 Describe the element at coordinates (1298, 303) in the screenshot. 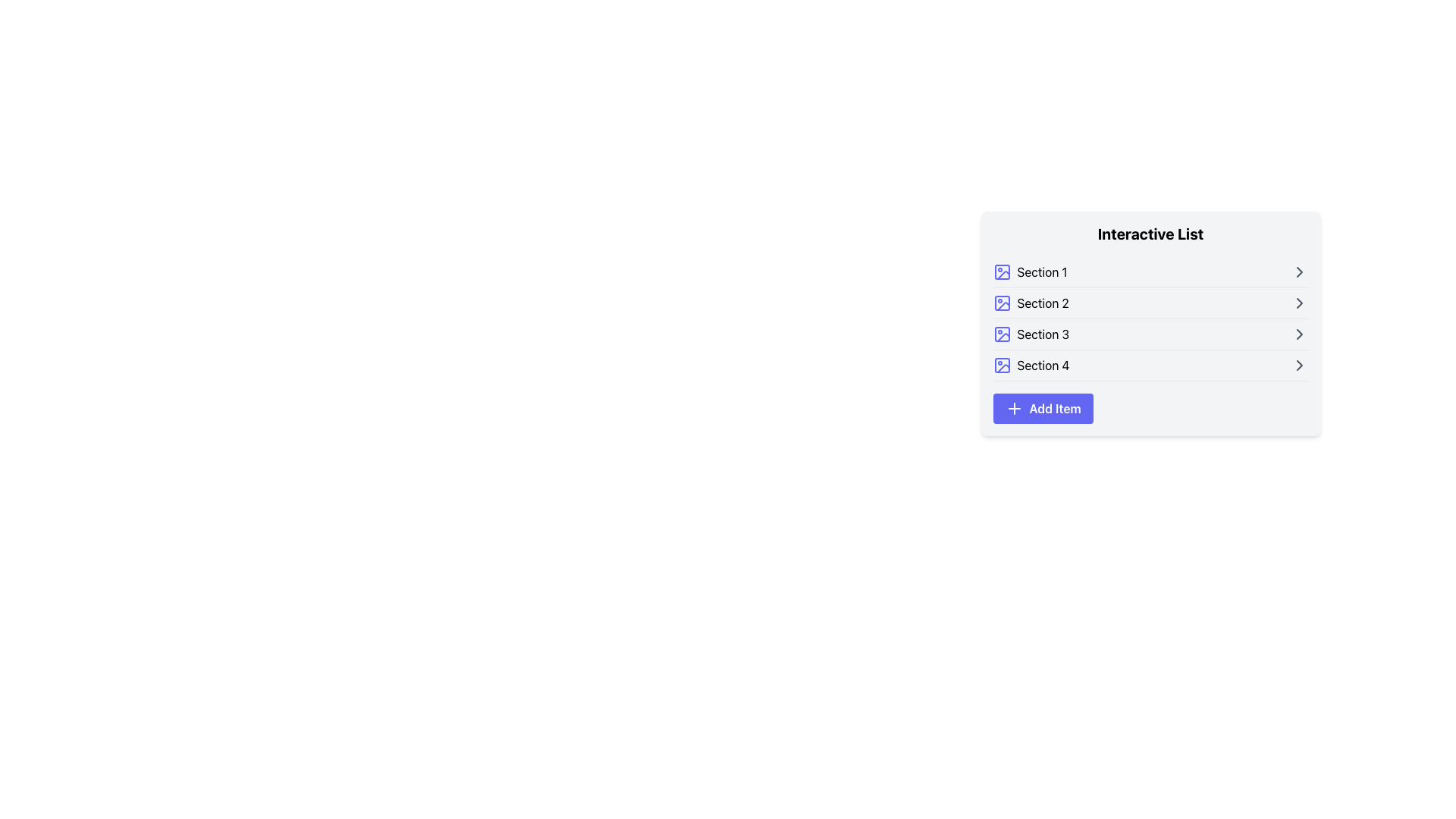

I see `the chevron button located at the rightmost position of the 'Section 2' row` at that location.